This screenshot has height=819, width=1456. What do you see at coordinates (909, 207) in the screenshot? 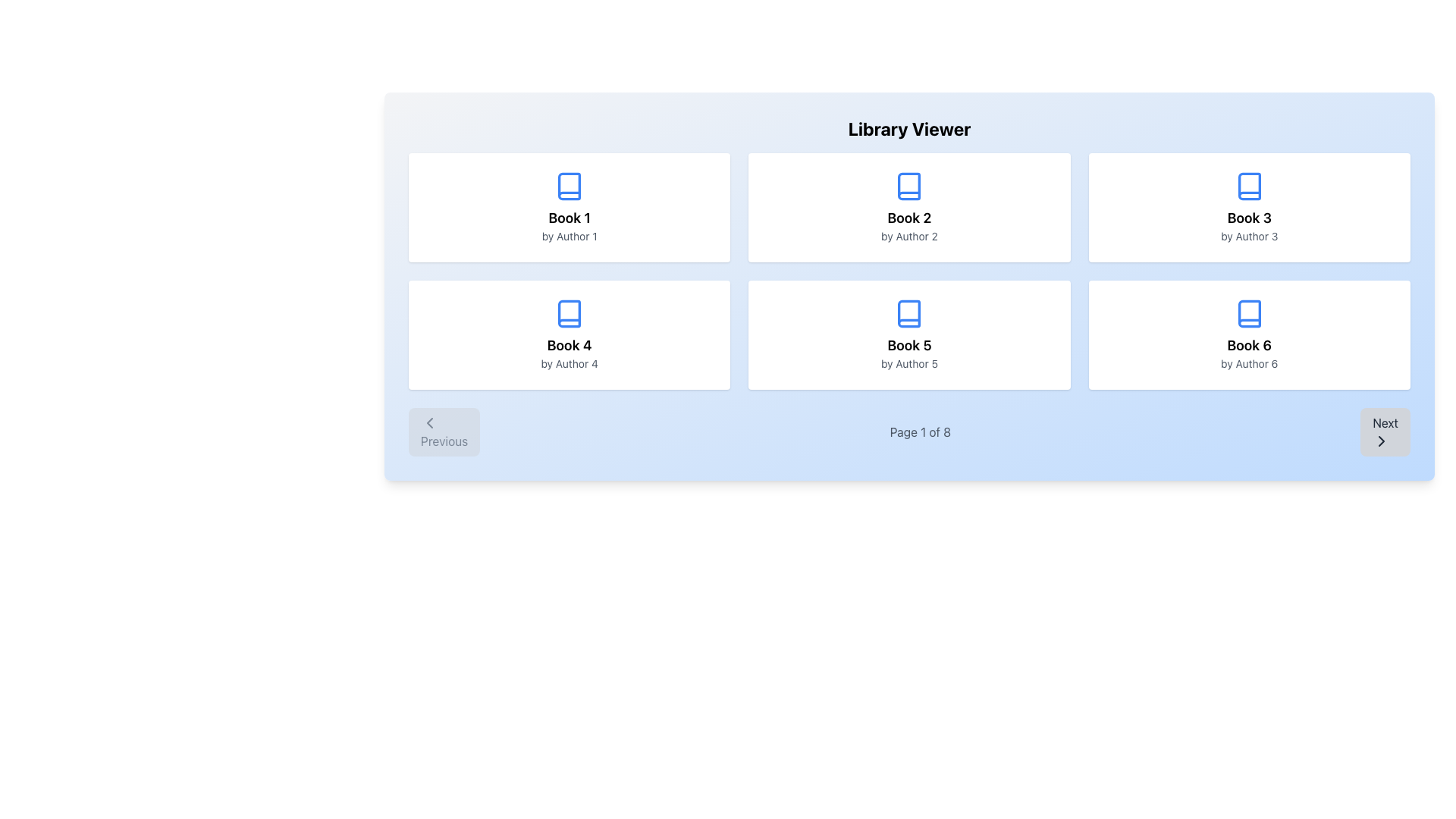
I see `the second book card in the library viewer interface` at bounding box center [909, 207].